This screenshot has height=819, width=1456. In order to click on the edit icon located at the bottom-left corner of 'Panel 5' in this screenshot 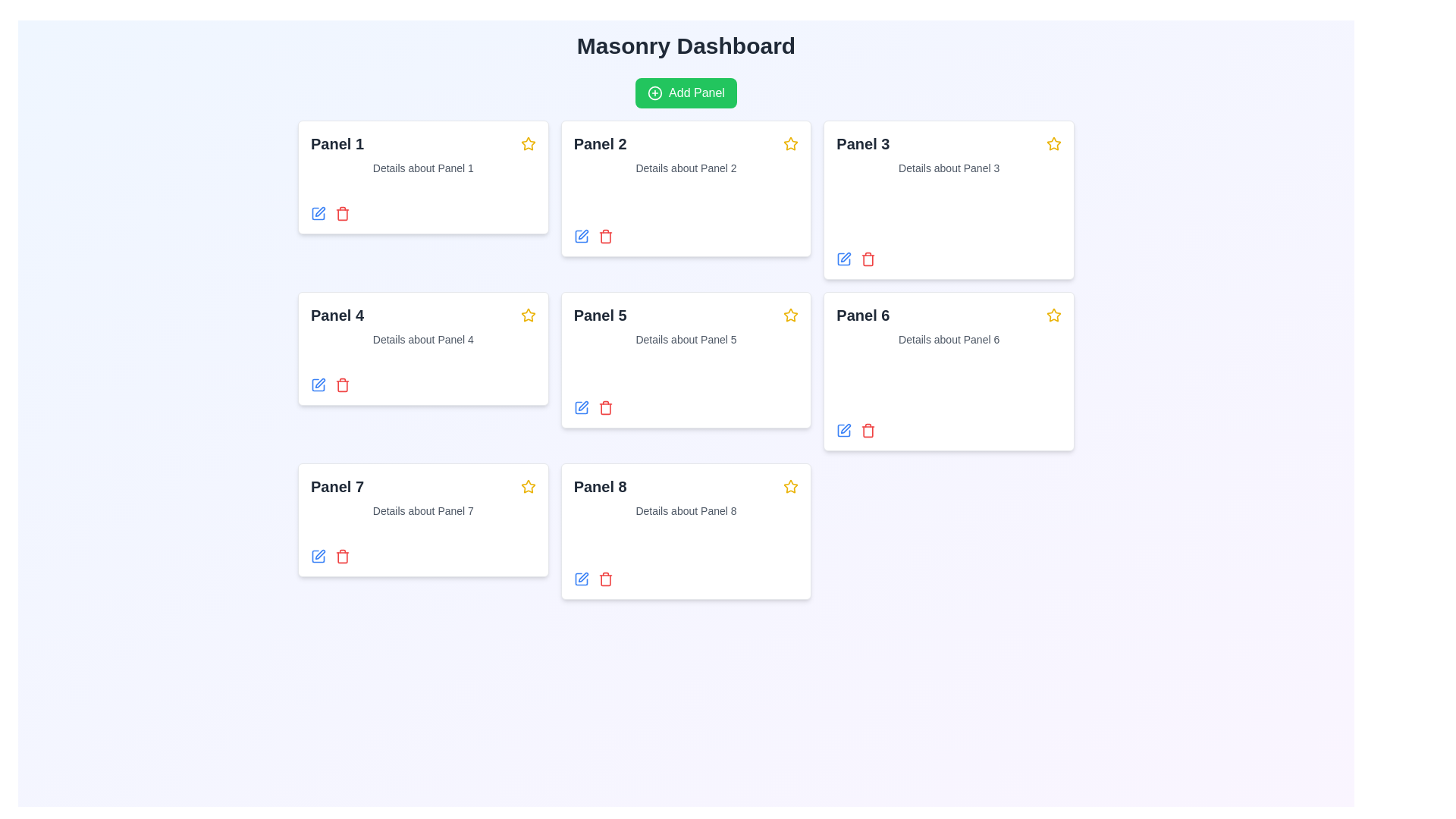, I will do `click(580, 406)`.